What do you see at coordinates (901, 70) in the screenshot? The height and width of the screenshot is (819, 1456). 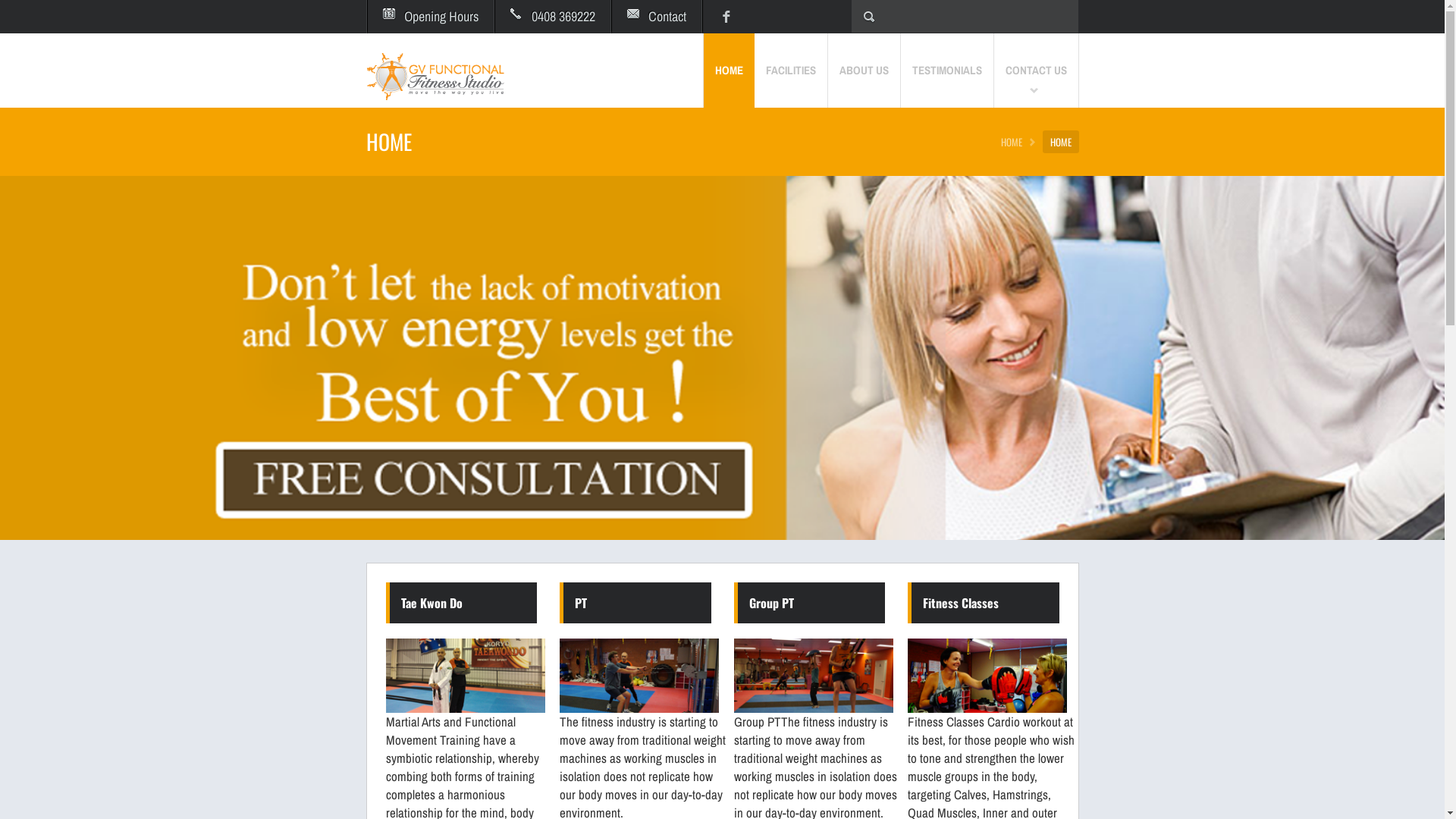 I see `'TESTIMONIALS'` at bounding box center [901, 70].